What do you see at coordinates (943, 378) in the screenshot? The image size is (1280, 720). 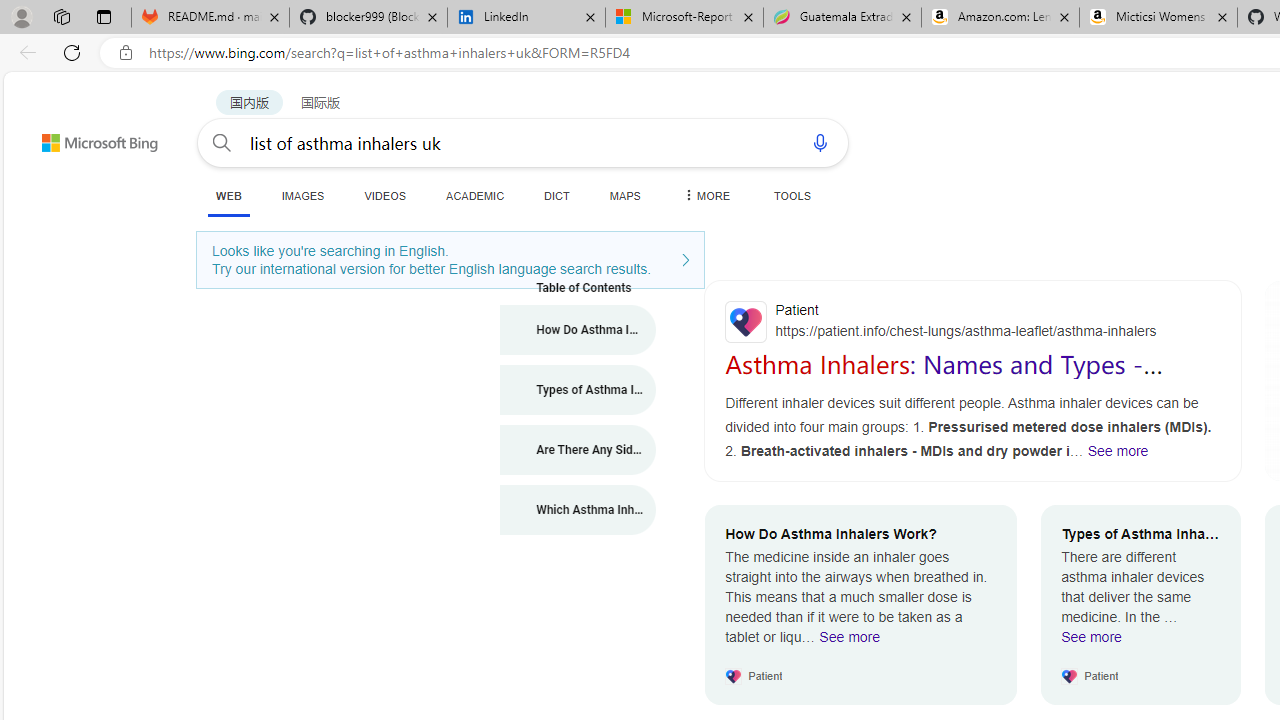 I see `'Asthma Inhalers: Names and Types - Patient'` at bounding box center [943, 378].